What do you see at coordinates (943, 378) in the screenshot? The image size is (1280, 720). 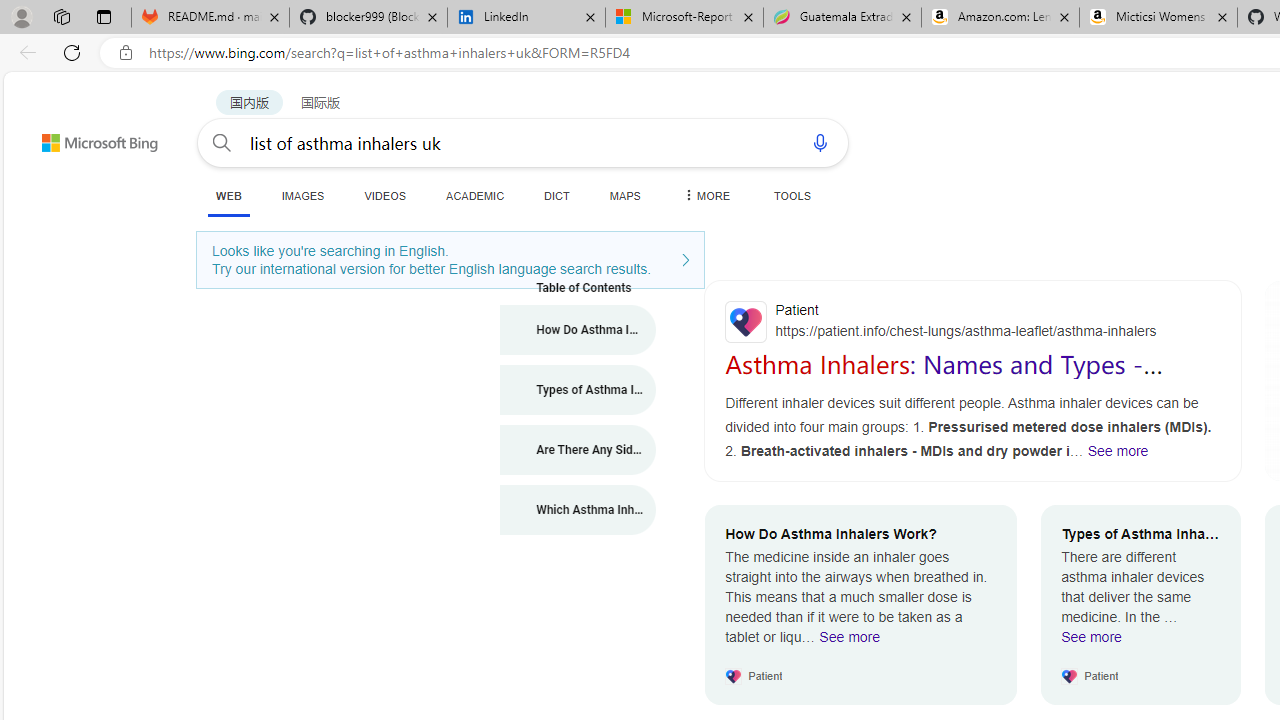 I see `'Asthma Inhalers: Names and Types - Patient'` at bounding box center [943, 378].